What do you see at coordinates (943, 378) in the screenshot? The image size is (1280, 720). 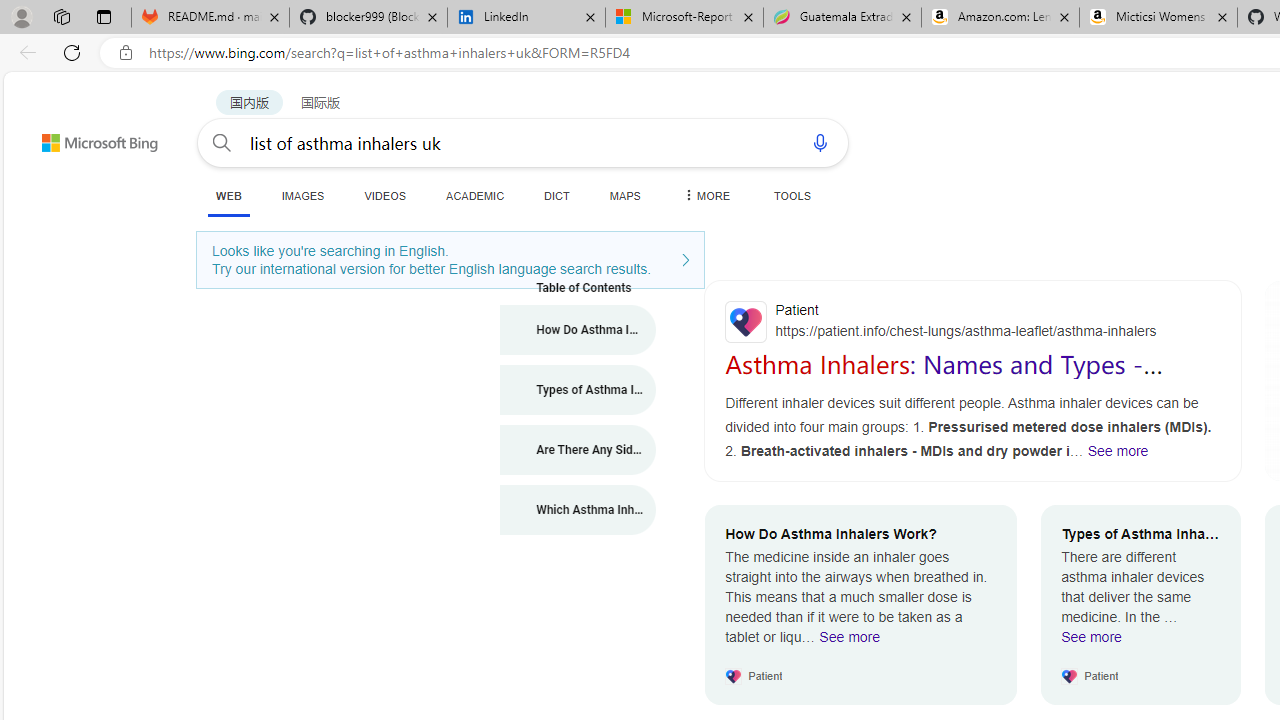 I see `'Asthma Inhalers: Names and Types - Patient'` at bounding box center [943, 378].